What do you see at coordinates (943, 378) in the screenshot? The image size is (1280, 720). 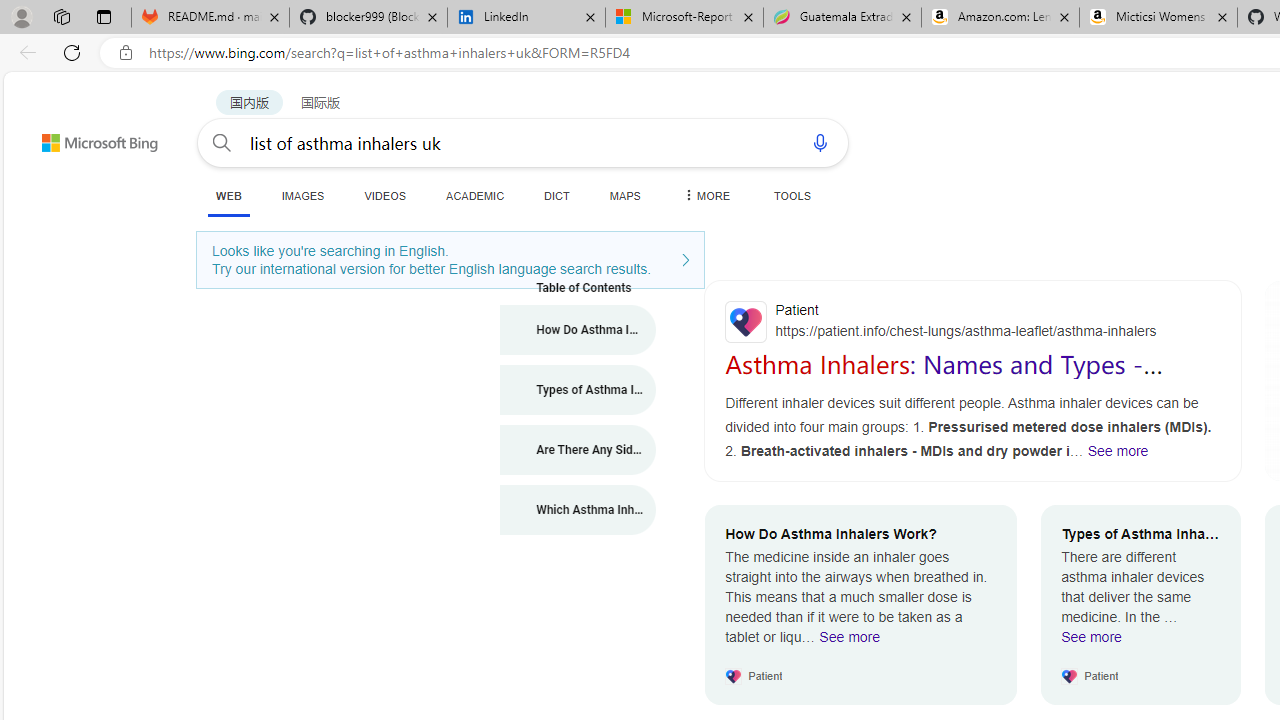 I see `'Asthma Inhalers: Names and Types - Patient'` at bounding box center [943, 378].